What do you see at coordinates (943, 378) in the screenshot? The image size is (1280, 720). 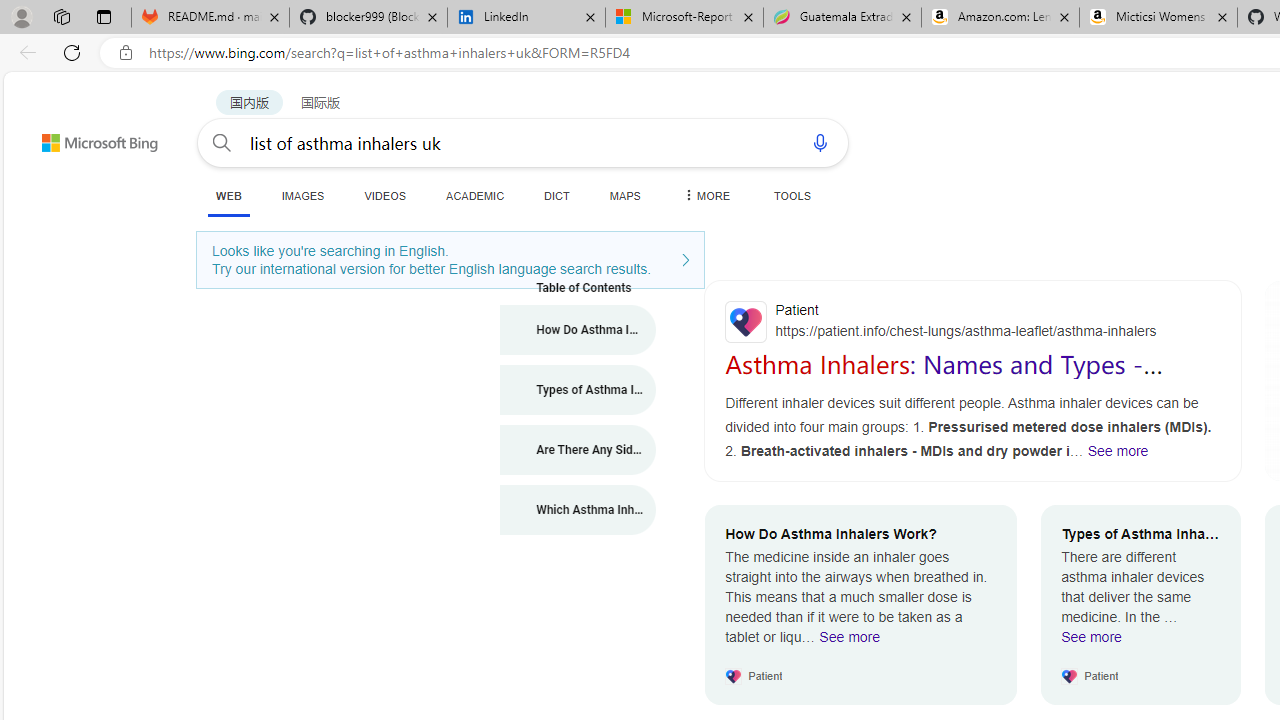 I see `'Asthma Inhalers: Names and Types - Patient'` at bounding box center [943, 378].